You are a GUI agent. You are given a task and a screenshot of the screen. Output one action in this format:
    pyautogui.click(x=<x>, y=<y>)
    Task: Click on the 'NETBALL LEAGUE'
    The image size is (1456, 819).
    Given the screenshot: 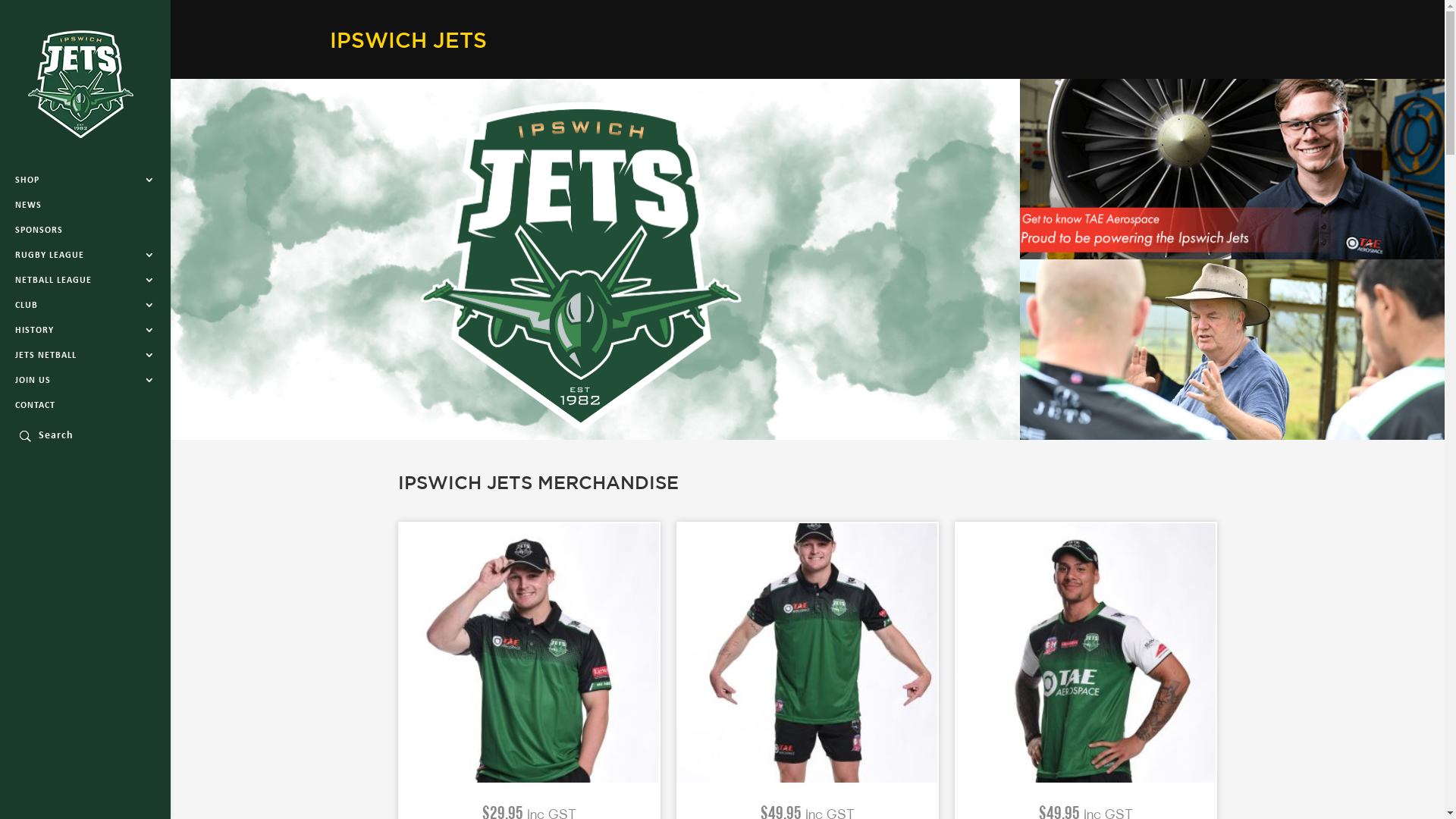 What is the action you would take?
    pyautogui.click(x=84, y=281)
    